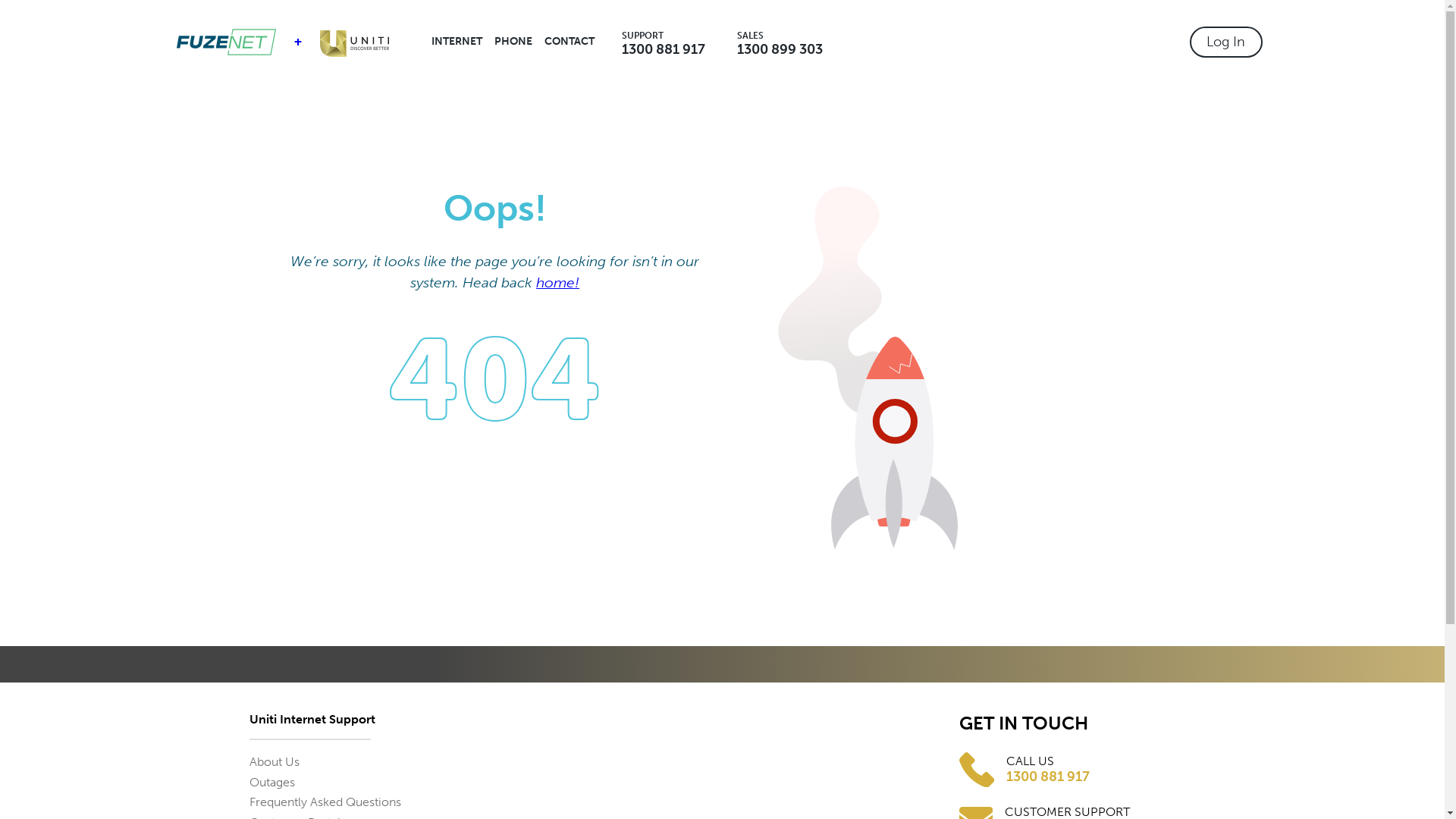 The image size is (1456, 819). What do you see at coordinates (271, 782) in the screenshot?
I see `'Outages'` at bounding box center [271, 782].